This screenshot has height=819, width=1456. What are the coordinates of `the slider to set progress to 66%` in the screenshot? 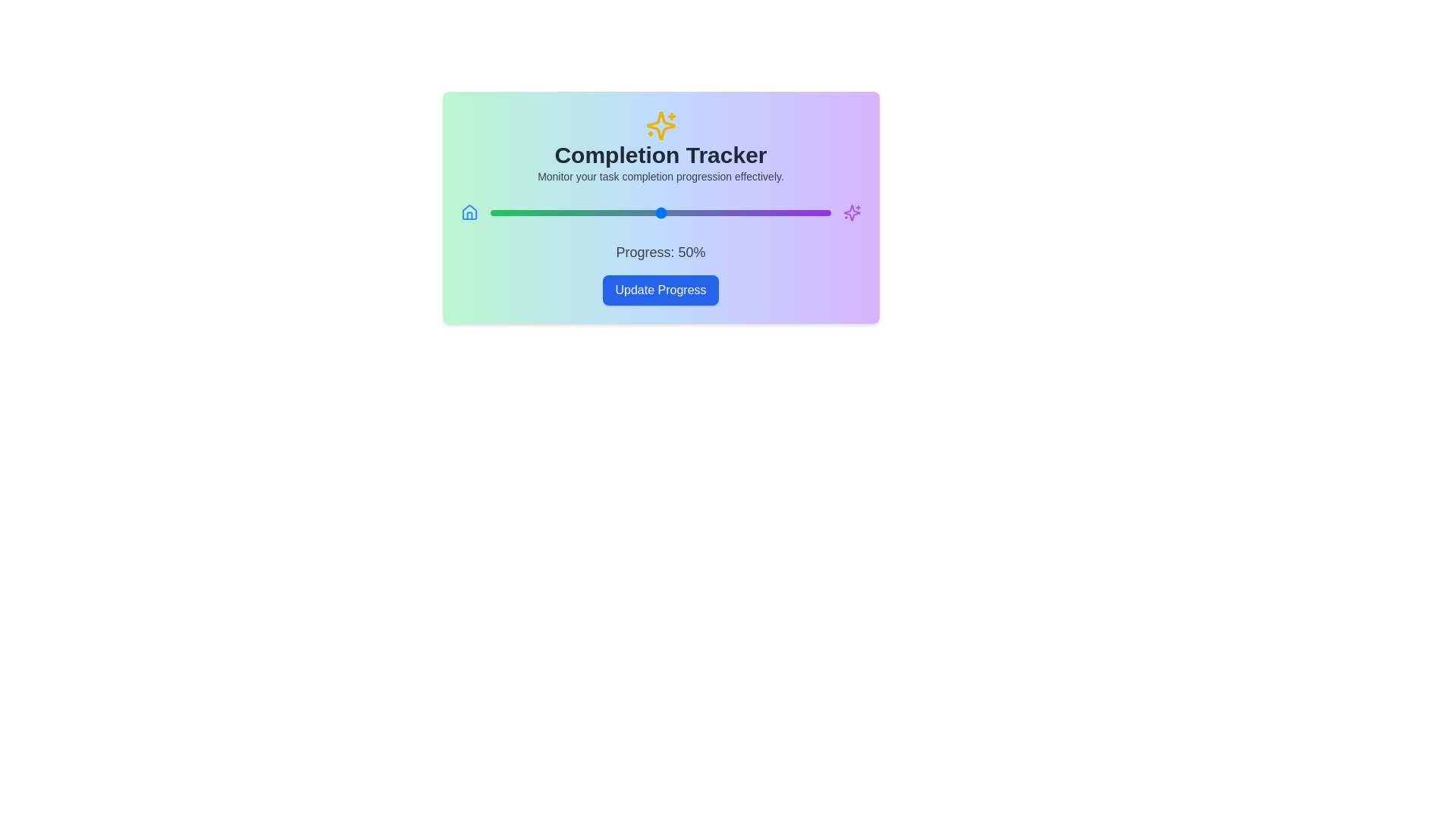 It's located at (714, 213).